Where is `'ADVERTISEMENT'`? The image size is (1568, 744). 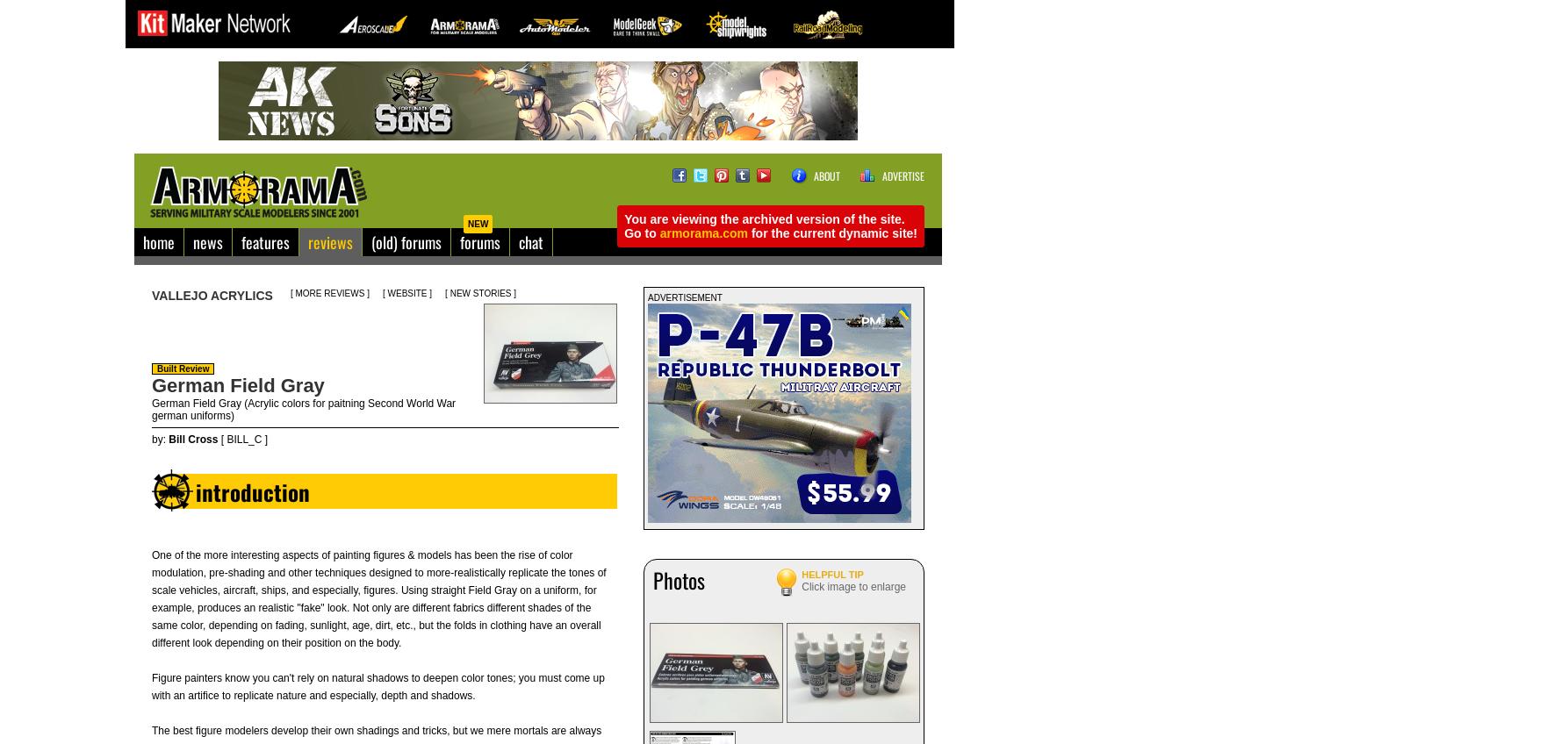
'ADVERTISEMENT' is located at coordinates (683, 297).